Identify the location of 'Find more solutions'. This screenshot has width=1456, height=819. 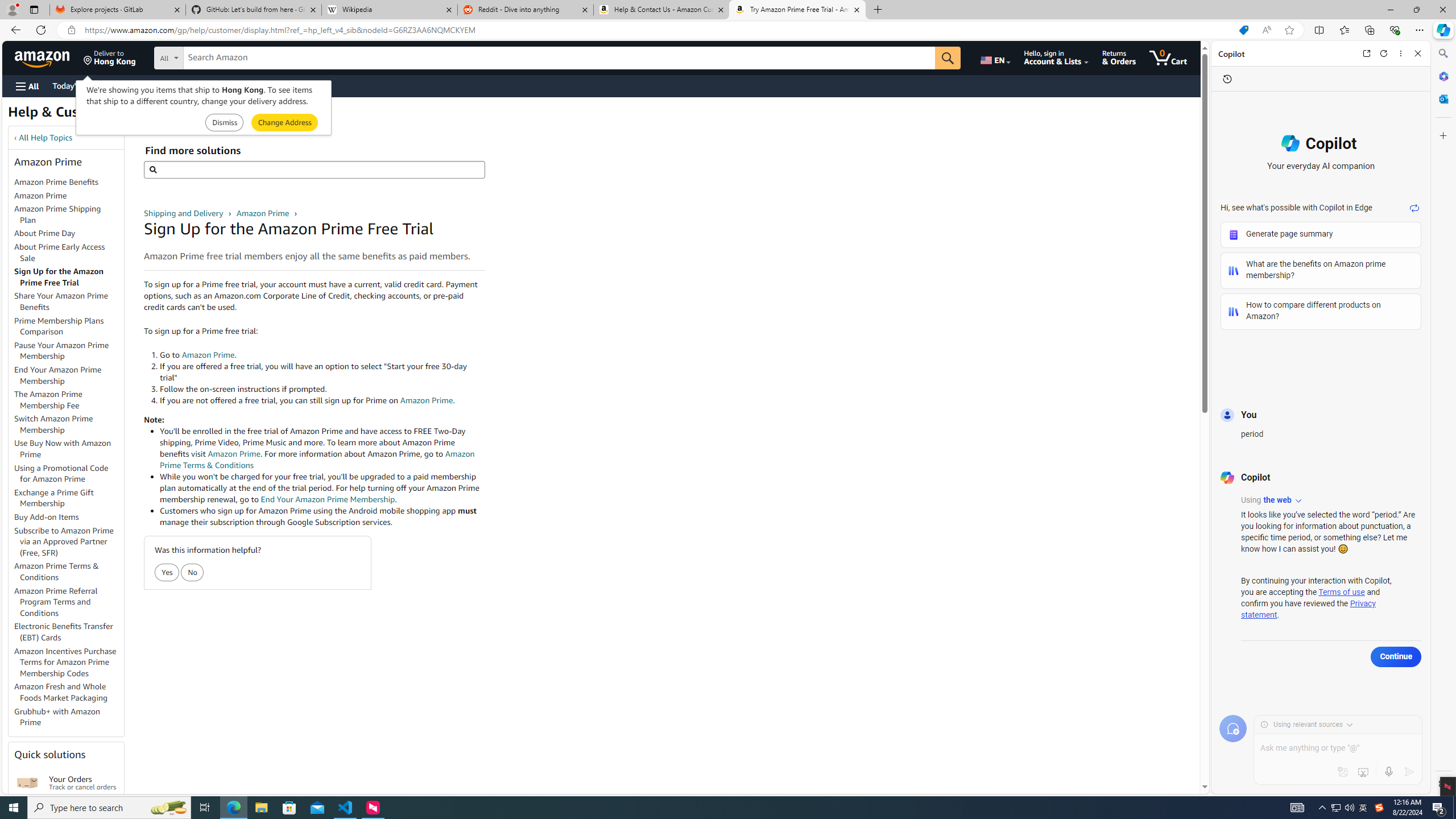
(313, 169).